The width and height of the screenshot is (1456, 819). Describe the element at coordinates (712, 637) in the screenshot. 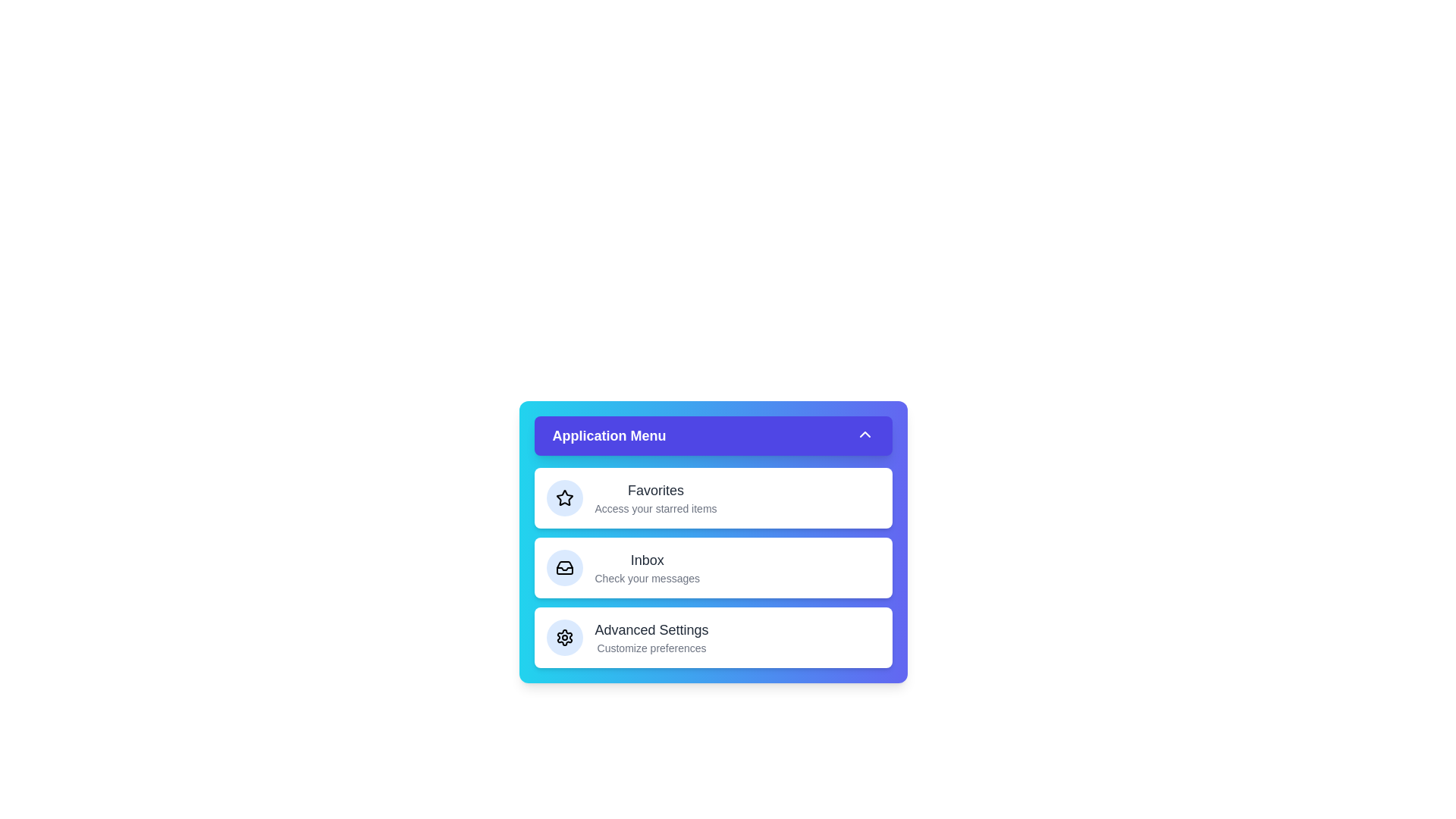

I see `the menu item Advanced Settings` at that location.